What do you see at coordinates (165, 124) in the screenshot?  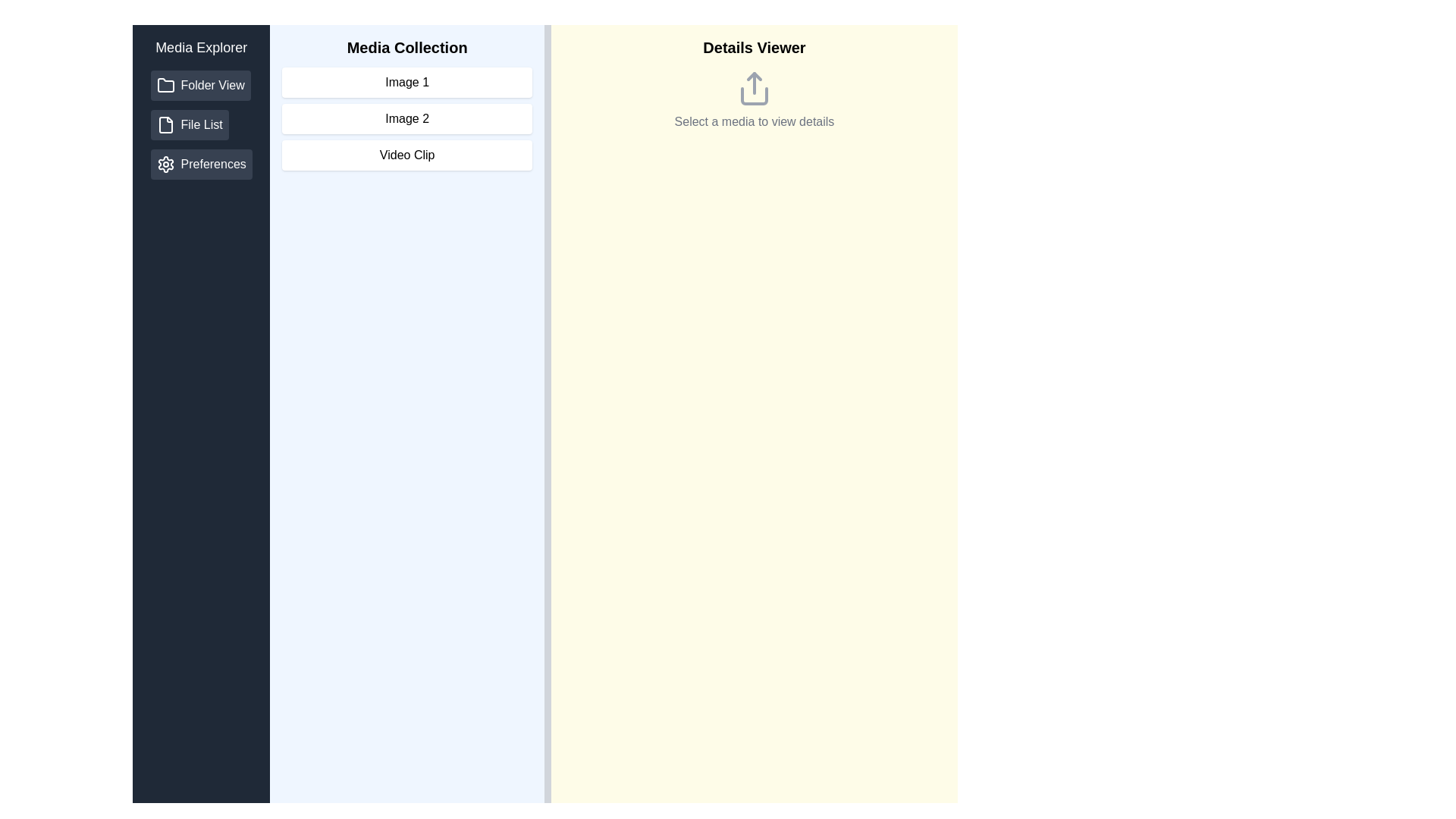 I see `the file icon` at bounding box center [165, 124].